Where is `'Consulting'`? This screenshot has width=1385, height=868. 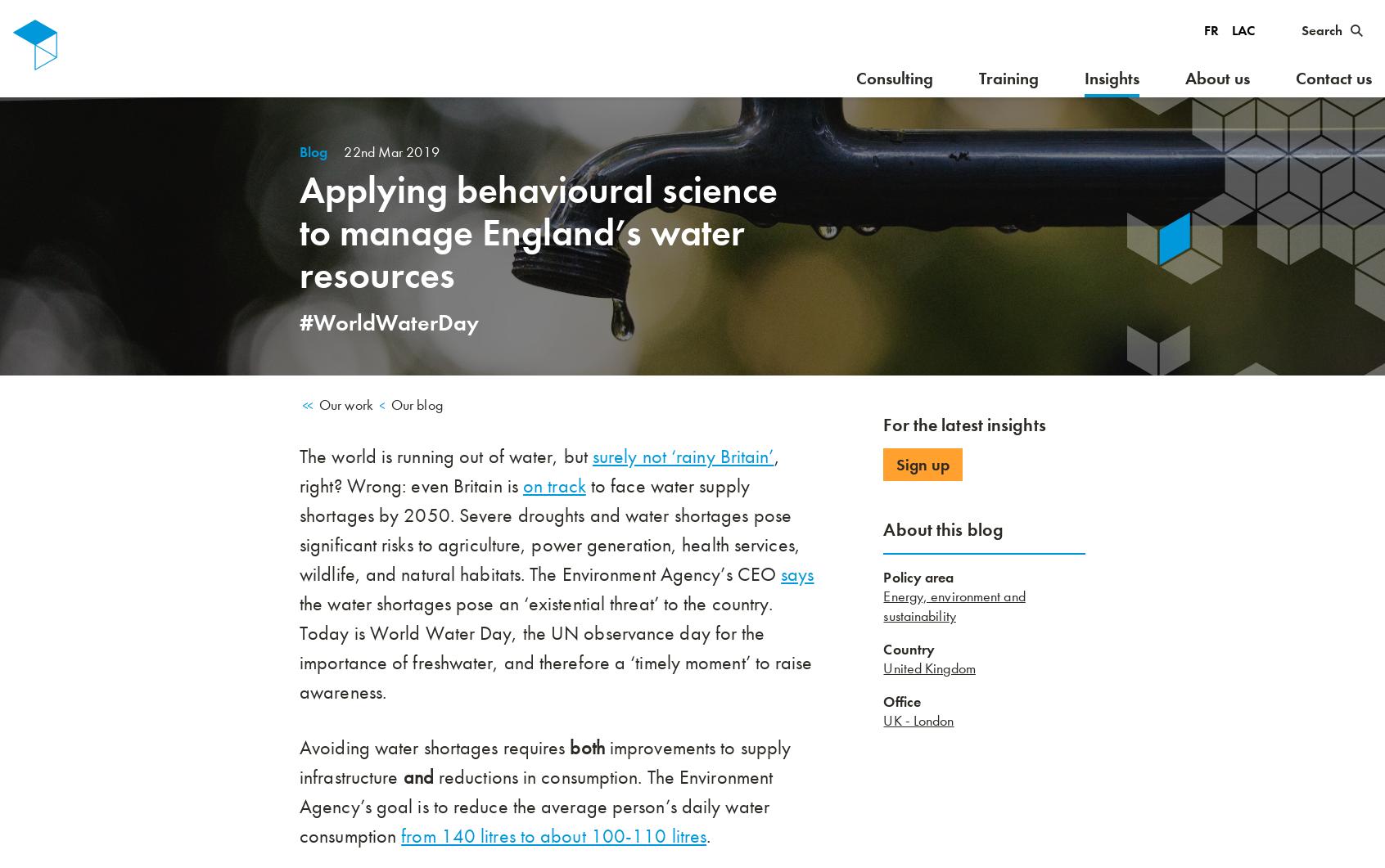 'Consulting' is located at coordinates (895, 78).